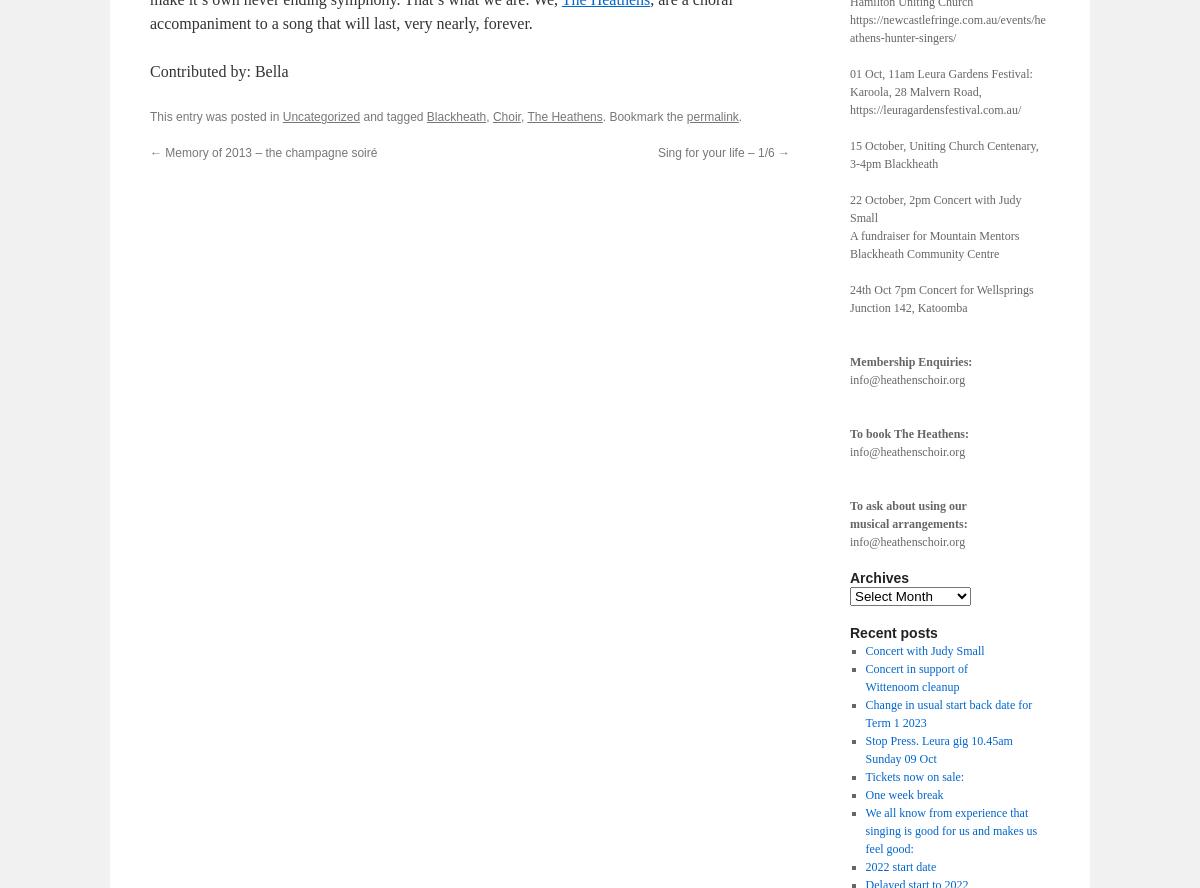 This screenshot has width=1200, height=888. Describe the element at coordinates (951, 830) in the screenshot. I see `'We all know from experience that singing is good for us and makes us feel good:'` at that location.